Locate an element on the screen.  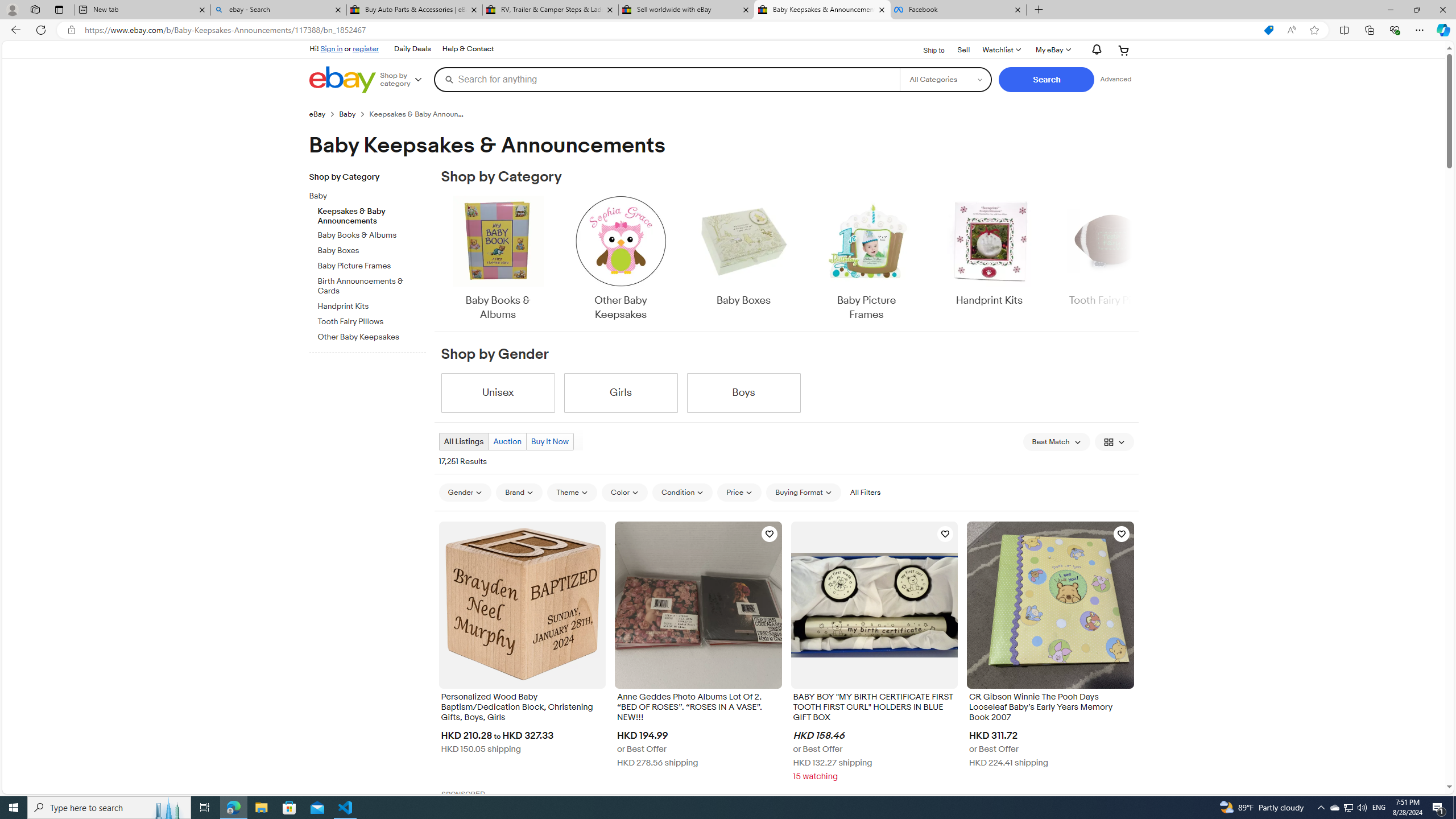
'Ship to' is located at coordinates (926, 49).